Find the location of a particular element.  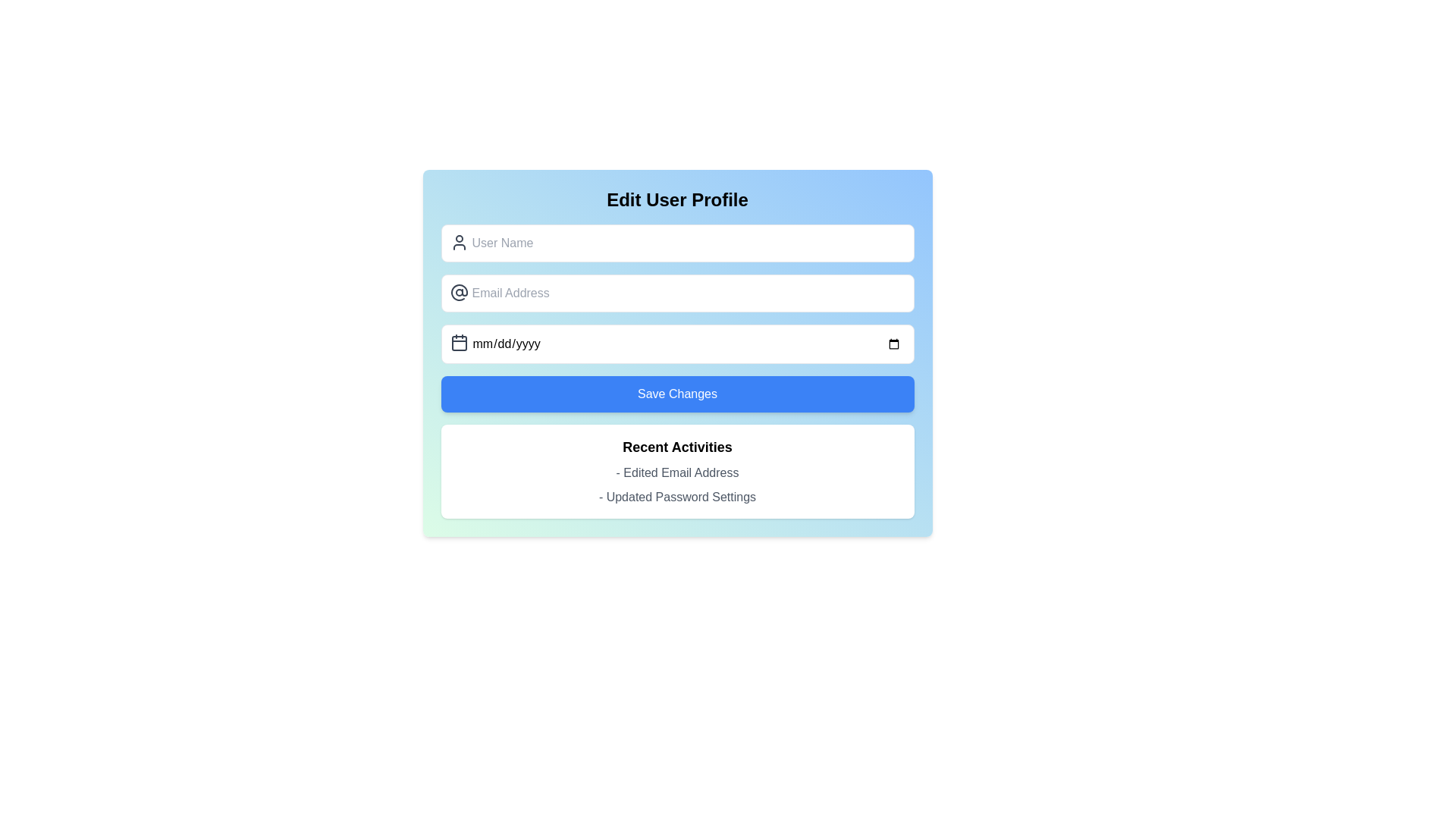

the icon that signifies the adjacent input field for entering a user's name, located at the leftmost part of the 'User Name' input field is located at coordinates (458, 242).